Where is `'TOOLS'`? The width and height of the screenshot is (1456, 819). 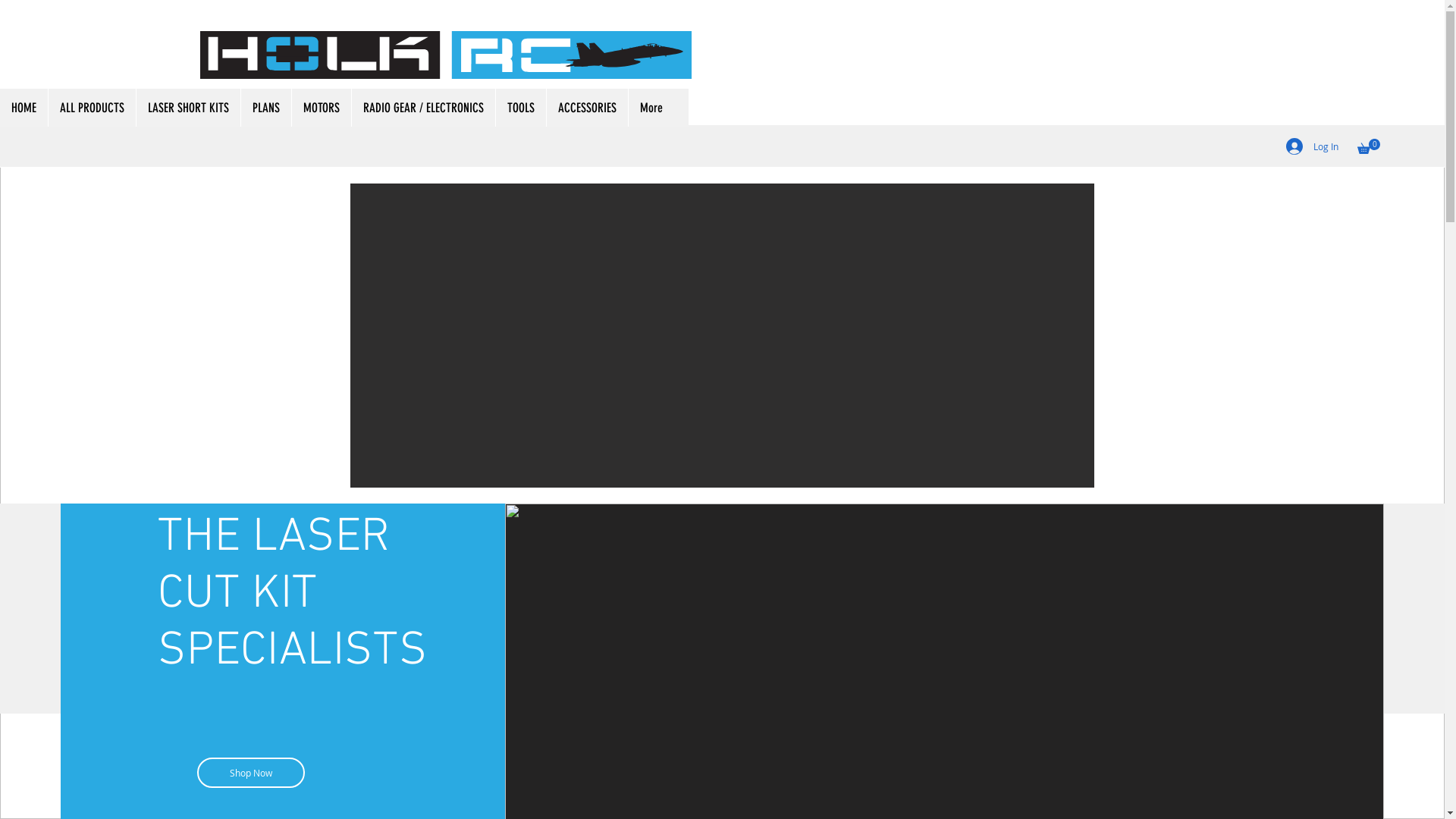 'TOOLS' is located at coordinates (520, 107).